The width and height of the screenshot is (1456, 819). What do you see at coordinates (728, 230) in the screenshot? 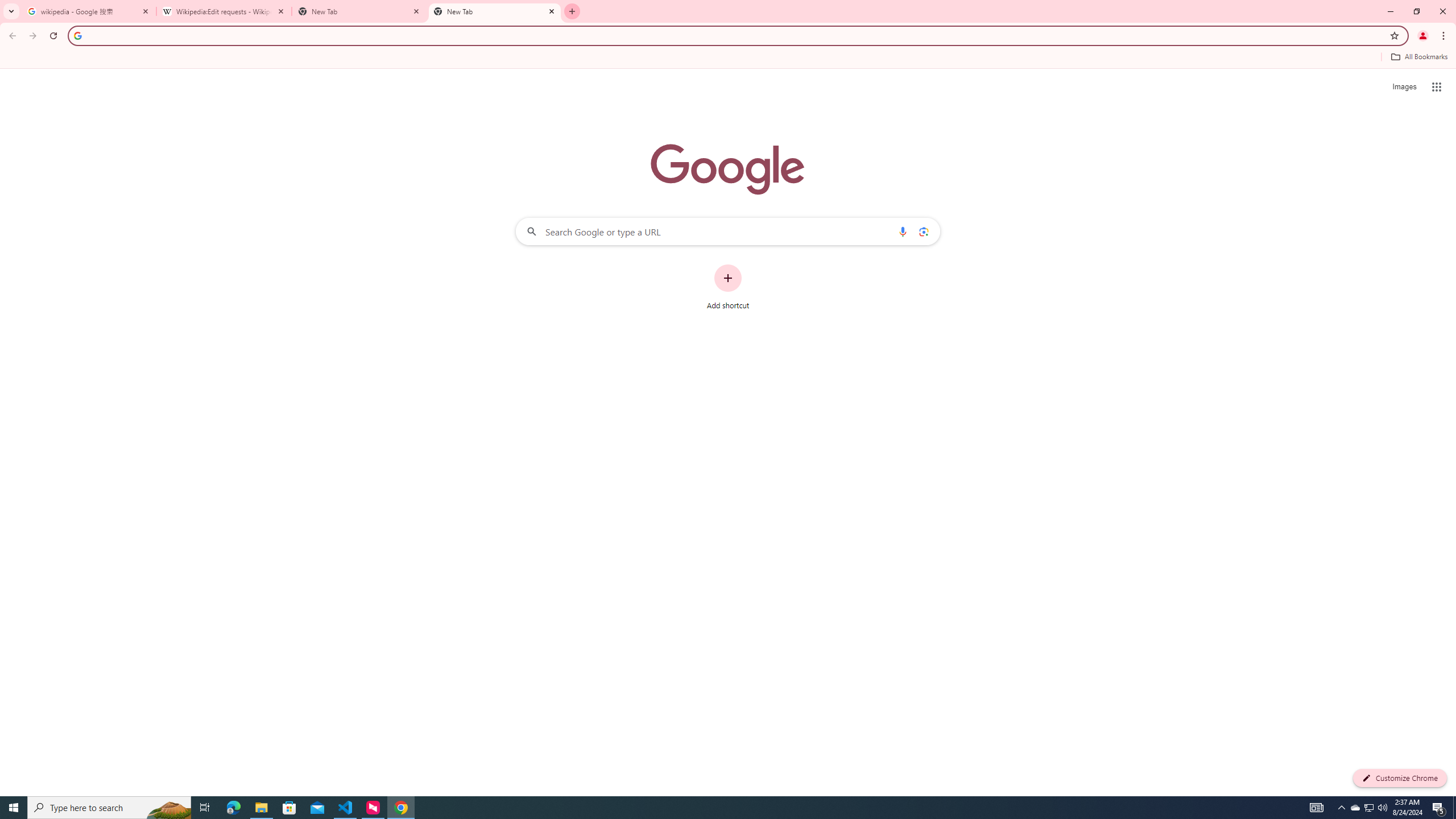
I see `'Search Google or type a URL'` at bounding box center [728, 230].